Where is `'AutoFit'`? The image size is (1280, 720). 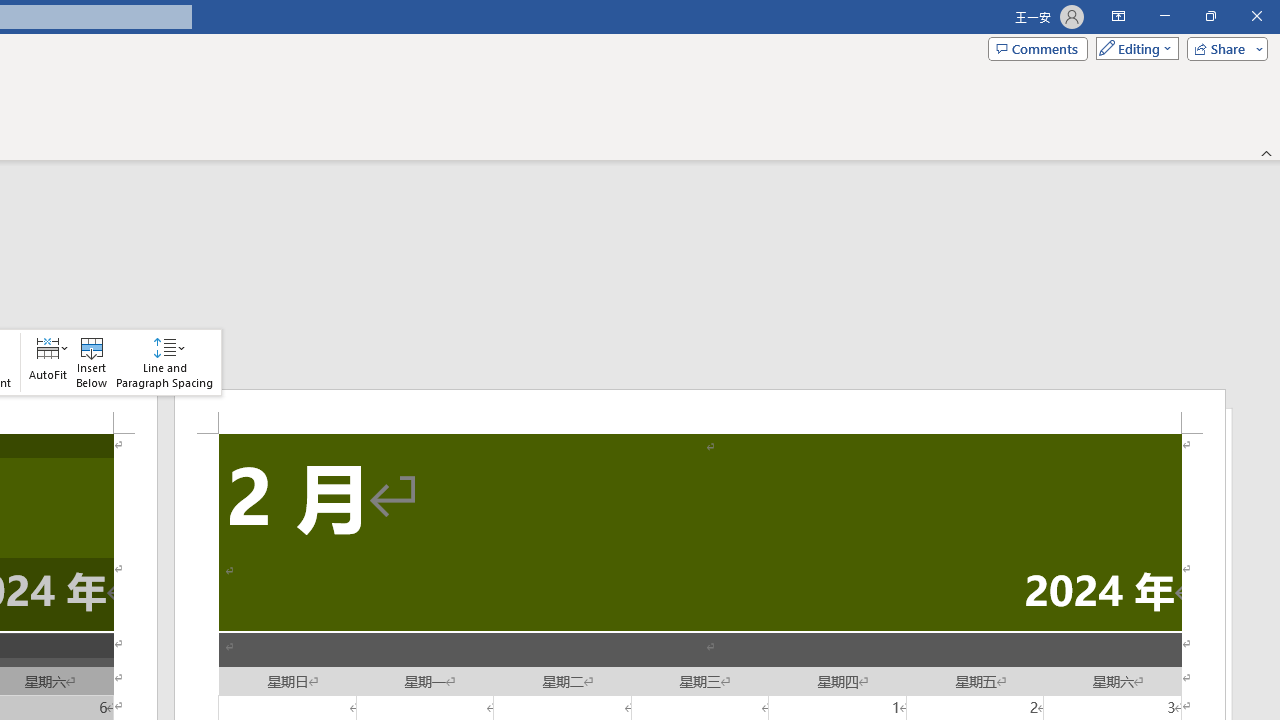 'AutoFit' is located at coordinates (48, 362).